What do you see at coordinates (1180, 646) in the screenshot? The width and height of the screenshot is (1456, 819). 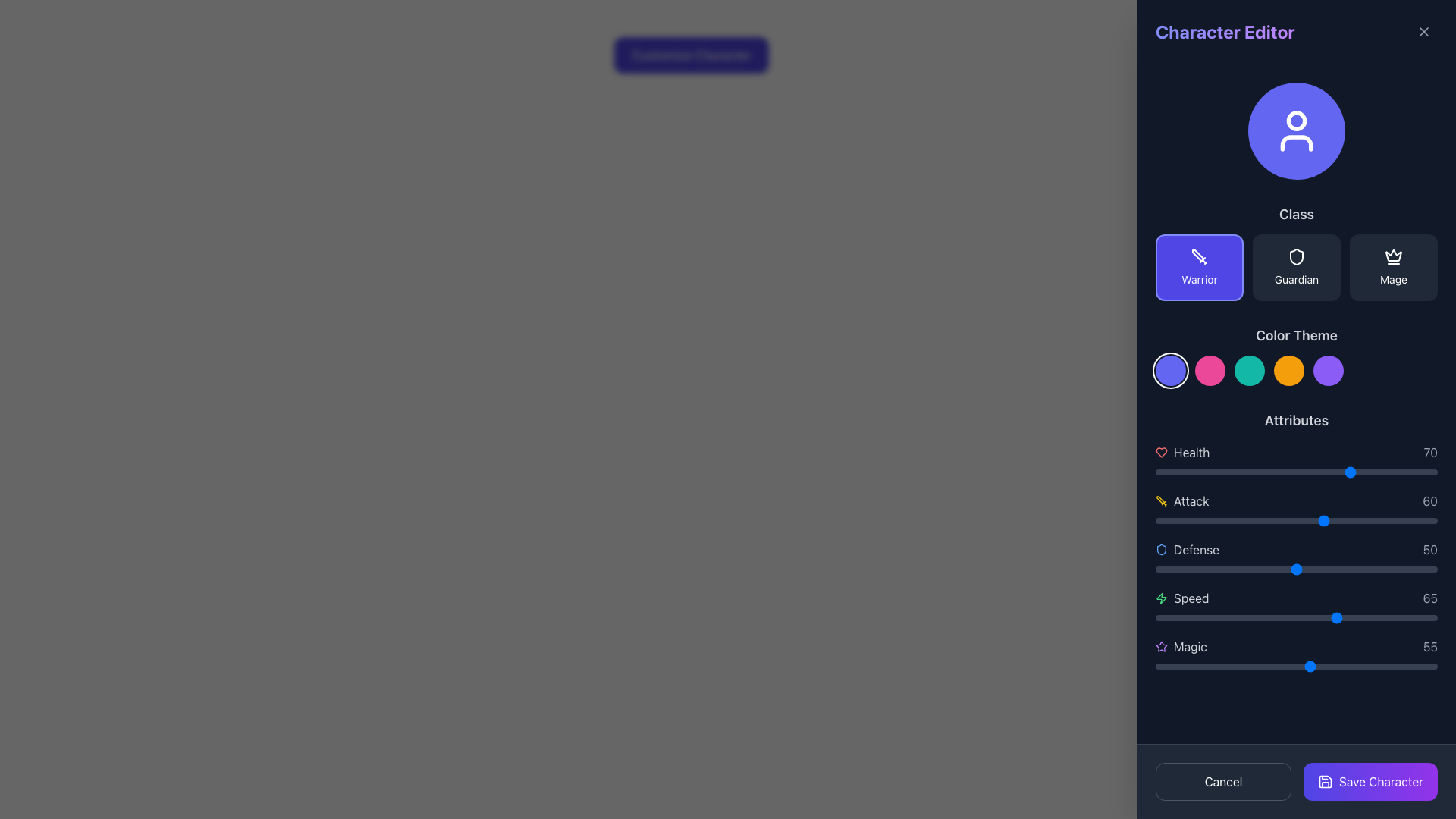 I see `the 'Magic' label with a purple outlined star icon, which is the last item in the attributes list of the 'Character Editor' interface` at bounding box center [1180, 646].